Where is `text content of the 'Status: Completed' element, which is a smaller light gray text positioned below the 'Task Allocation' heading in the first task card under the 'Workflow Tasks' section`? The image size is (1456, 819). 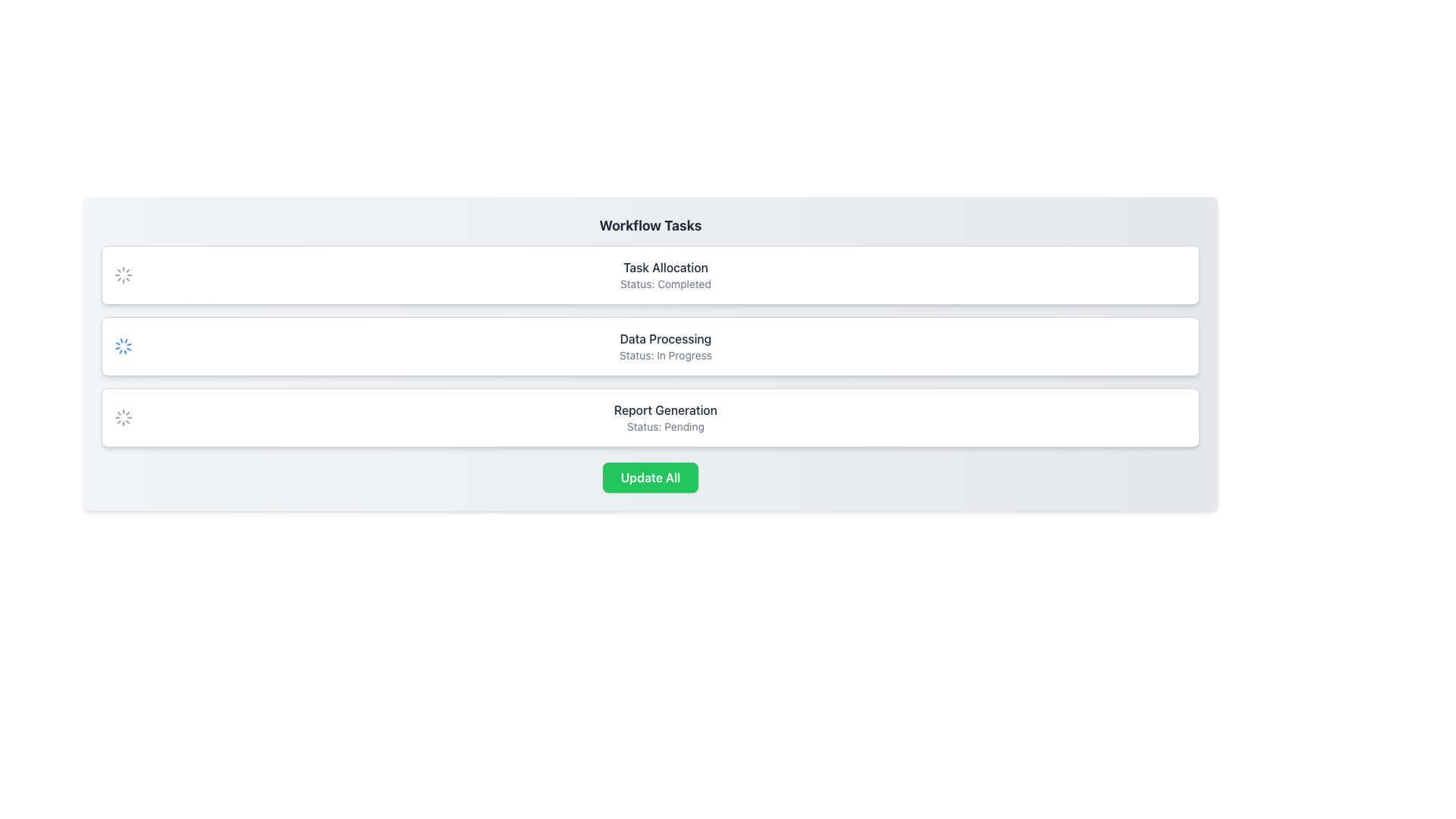 text content of the 'Status: Completed' element, which is a smaller light gray text positioned below the 'Task Allocation' heading in the first task card under the 'Workflow Tasks' section is located at coordinates (666, 284).